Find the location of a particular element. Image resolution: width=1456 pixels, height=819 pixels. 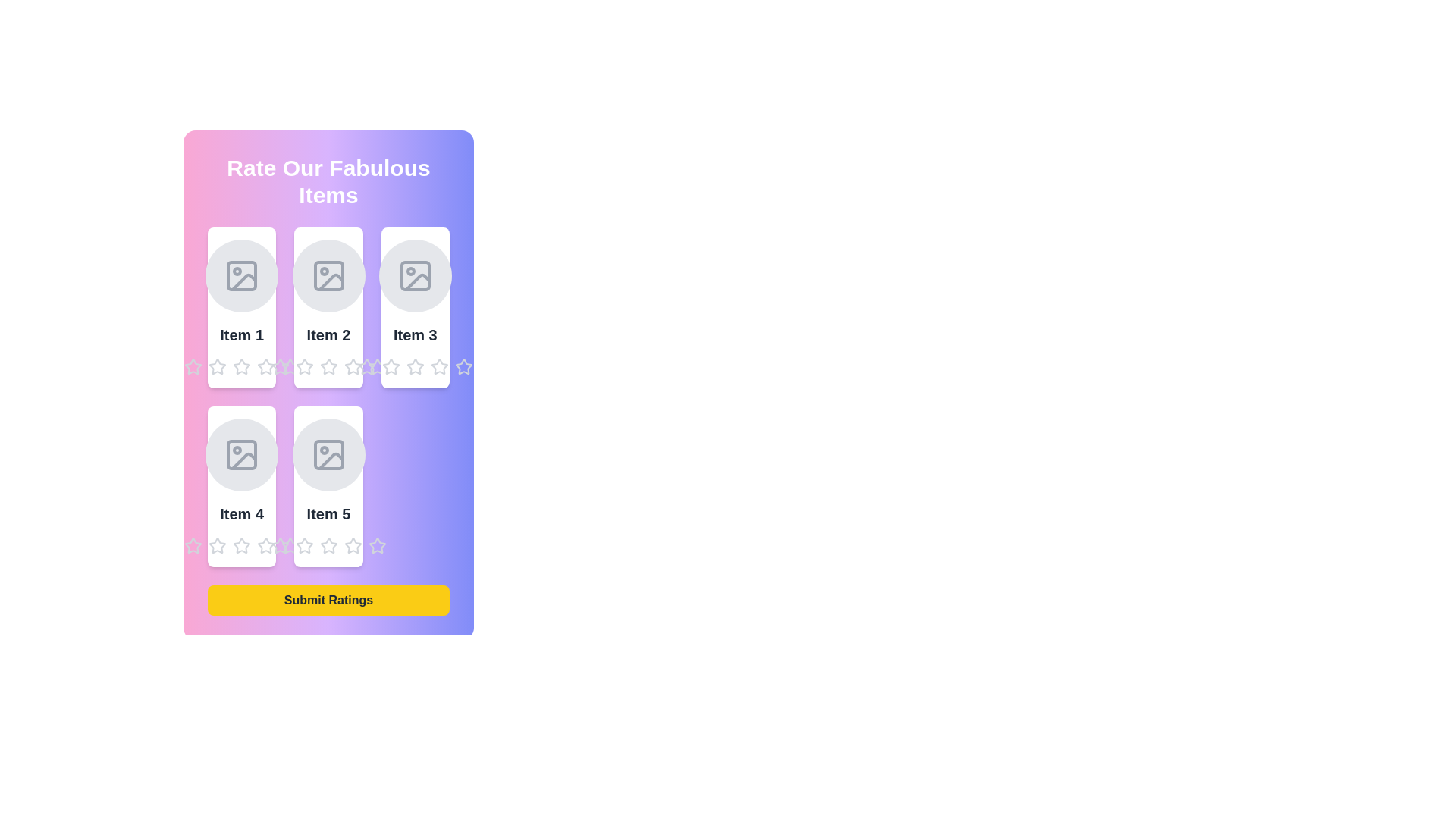

the image placeholder for Item 2 is located at coordinates (328, 275).